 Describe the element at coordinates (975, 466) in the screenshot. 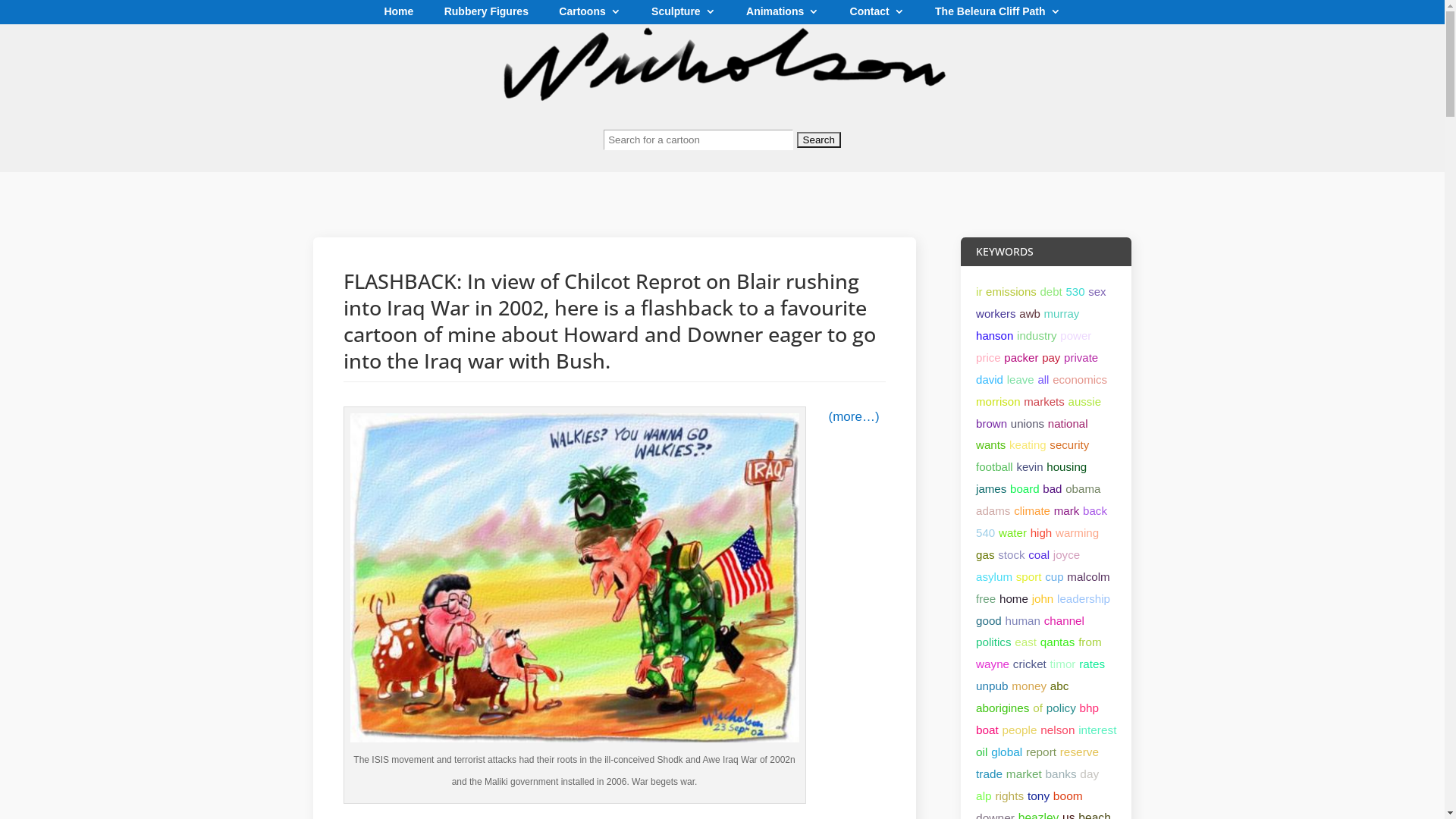

I see `'football'` at that location.